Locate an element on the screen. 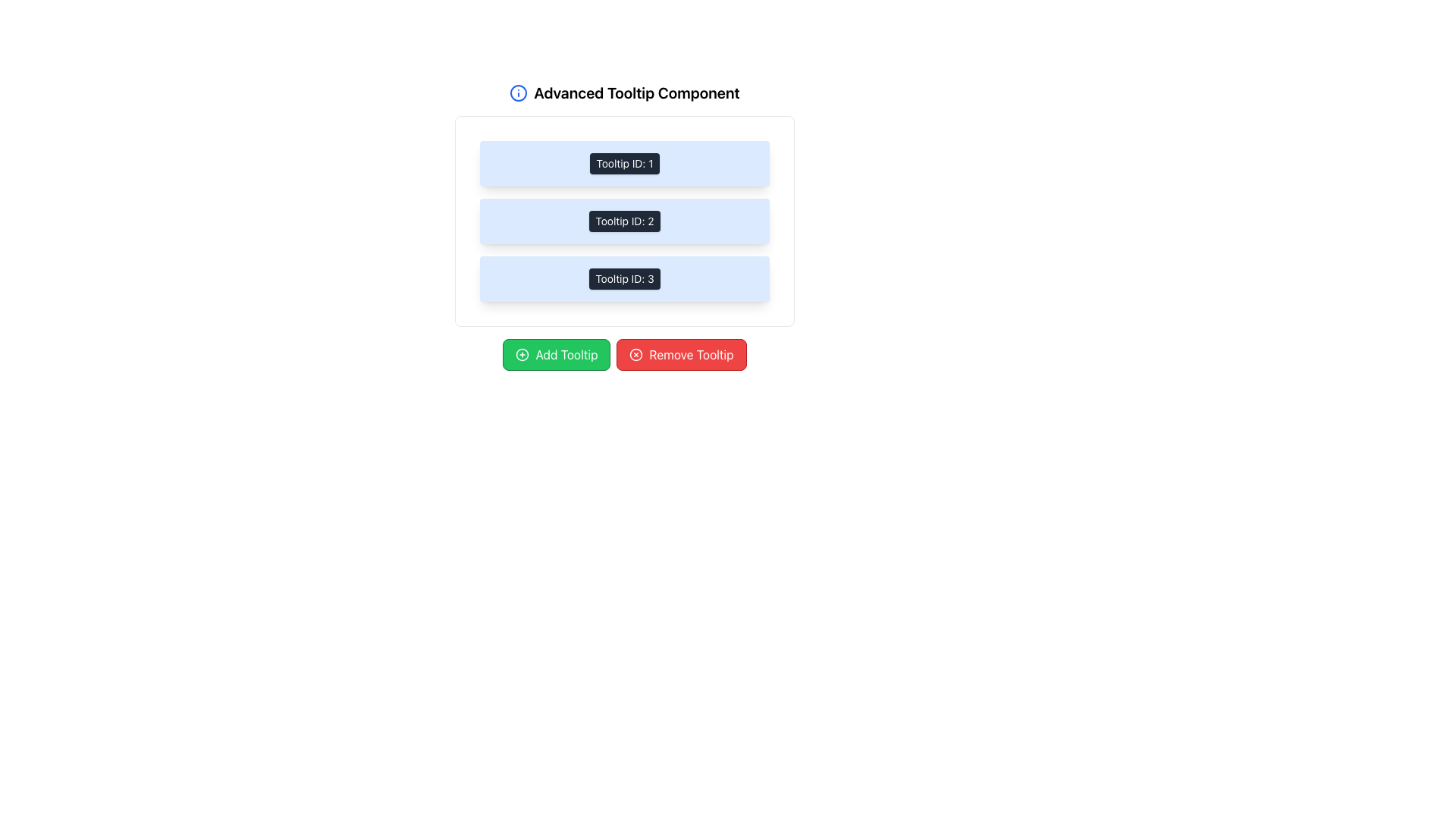 Image resolution: width=1456 pixels, height=819 pixels. tooltip text of the second tooltip, which displays 'Tooltip ID: 2' enclosed in a rectangle with a dark gray background is located at coordinates (625, 227).